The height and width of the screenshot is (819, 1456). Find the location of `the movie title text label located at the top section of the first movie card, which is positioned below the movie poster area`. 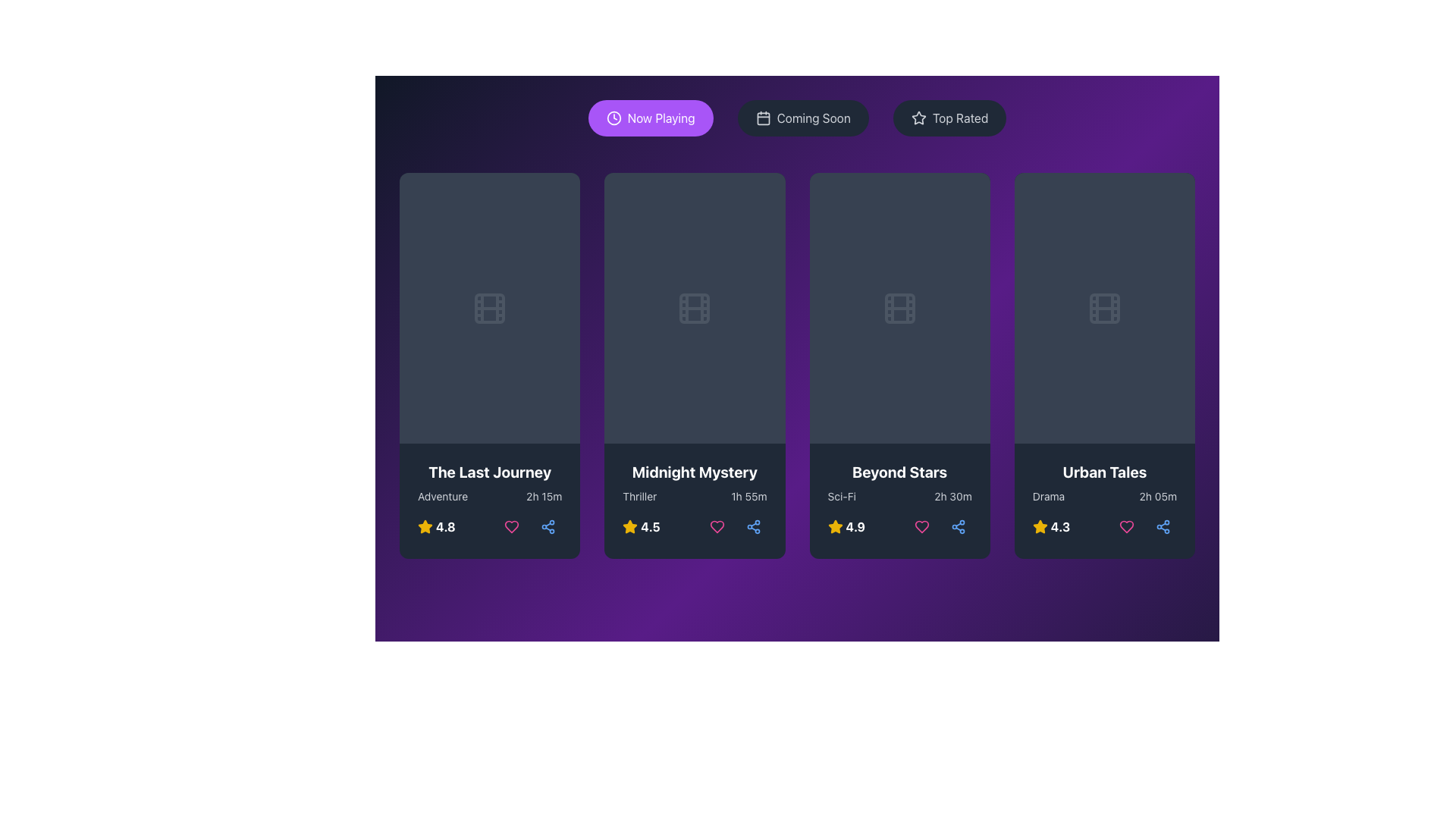

the movie title text label located at the top section of the first movie card, which is positioned below the movie poster area is located at coordinates (490, 472).